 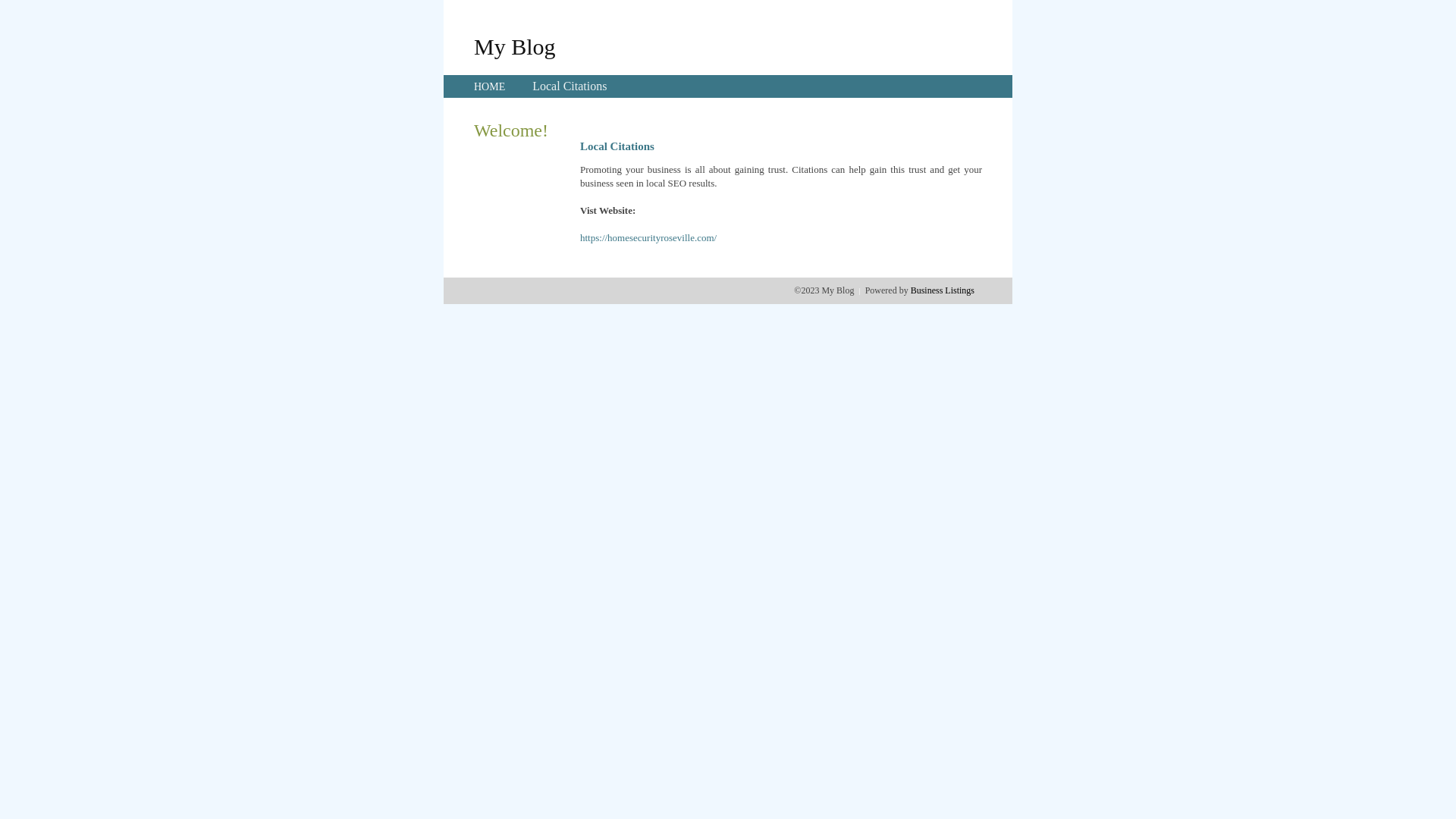 What do you see at coordinates (532, 86) in the screenshot?
I see `'Local Citations'` at bounding box center [532, 86].